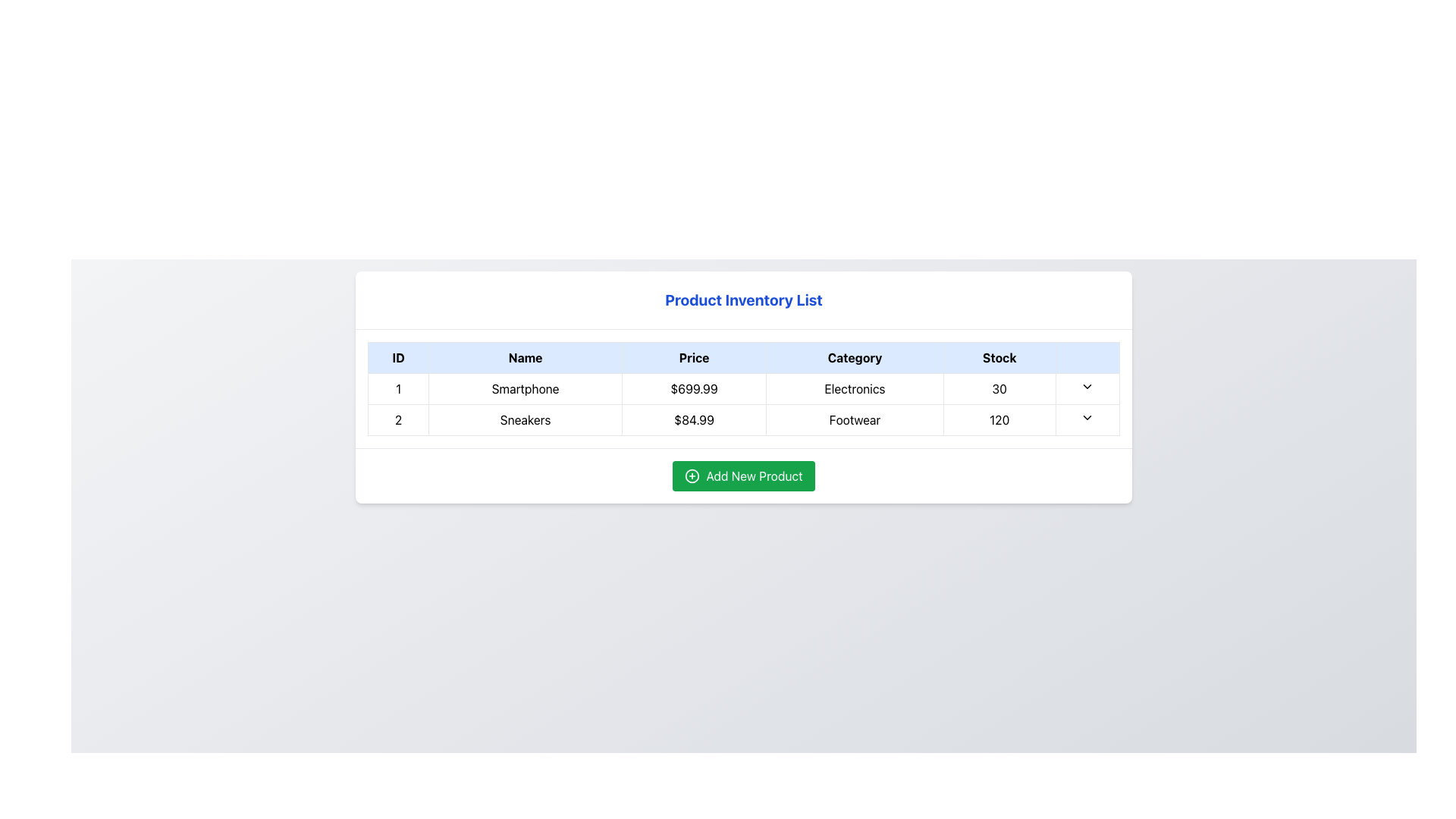  I want to click on the dropdown icon represented by a downward-pointing arrow located in the 'Stock' column of the first row of the table, so click(1087, 385).